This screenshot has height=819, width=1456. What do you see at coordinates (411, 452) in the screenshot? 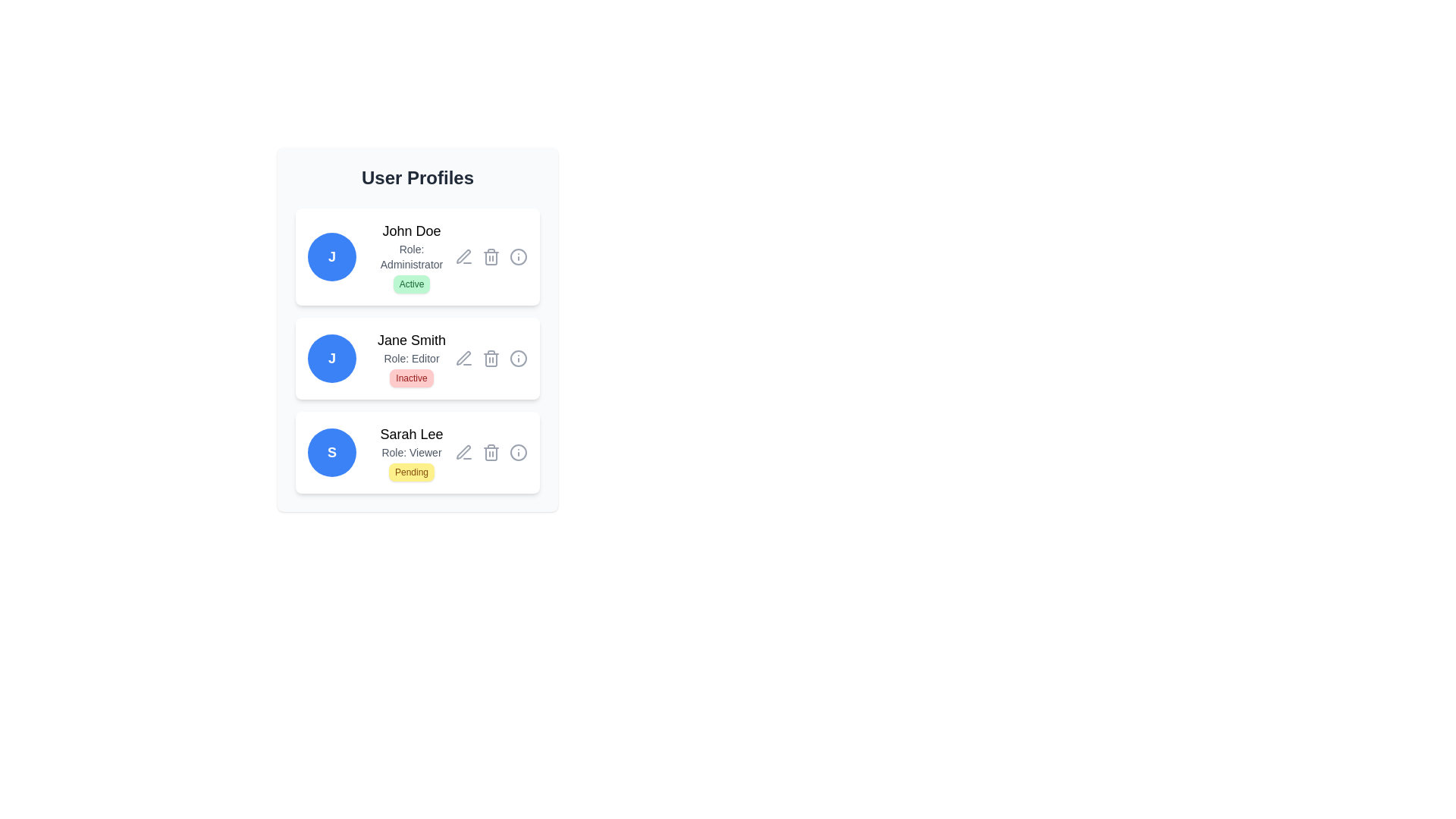
I see `the text block displaying 'Sarah Lee', which includes the role 'Role: Viewer' and the status 'Pending' in a yellow badge, located in the bottommost user profile section` at bounding box center [411, 452].